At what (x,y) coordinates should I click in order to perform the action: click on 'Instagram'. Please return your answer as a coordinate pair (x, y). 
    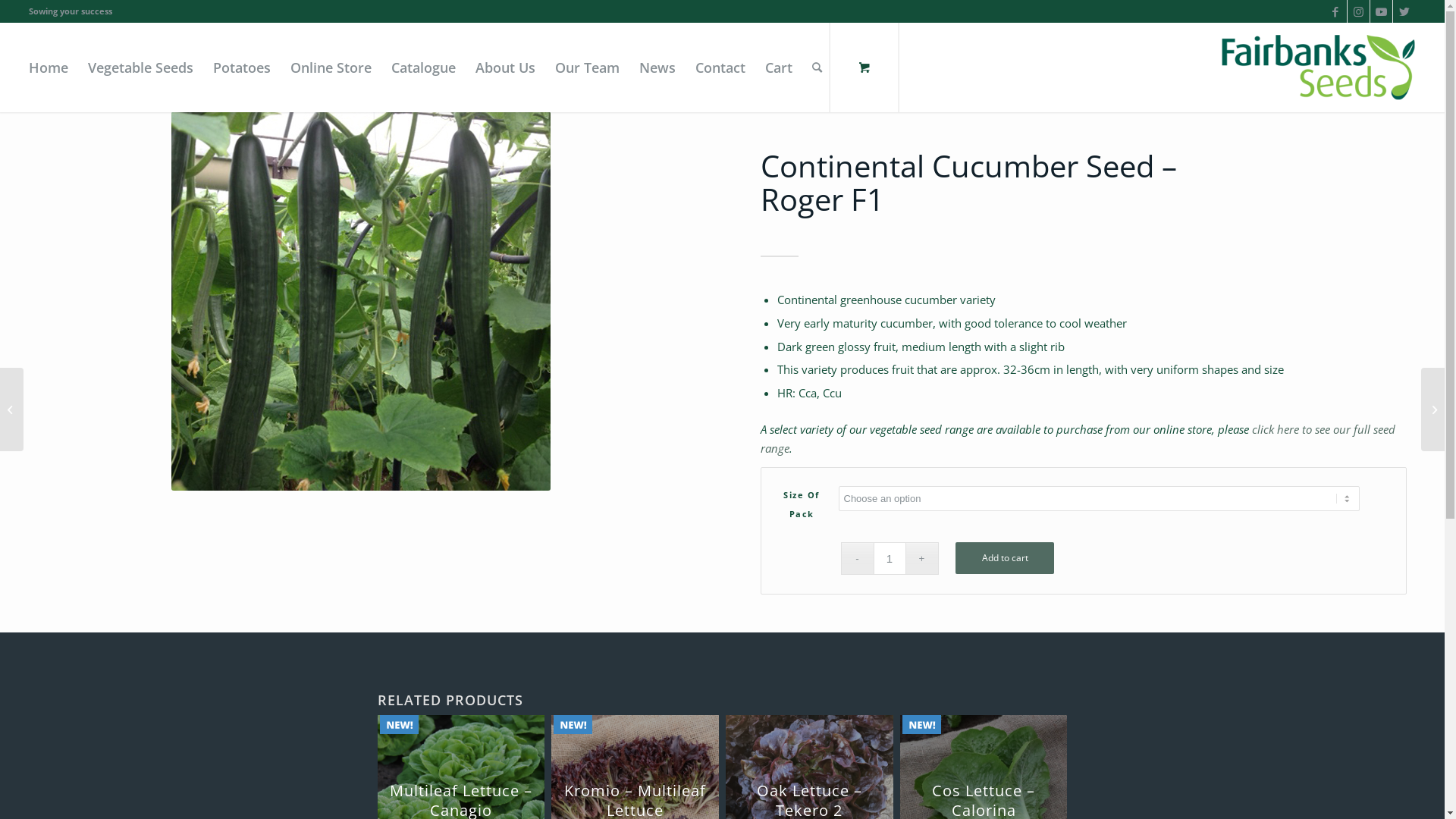
    Looking at the image, I should click on (1358, 11).